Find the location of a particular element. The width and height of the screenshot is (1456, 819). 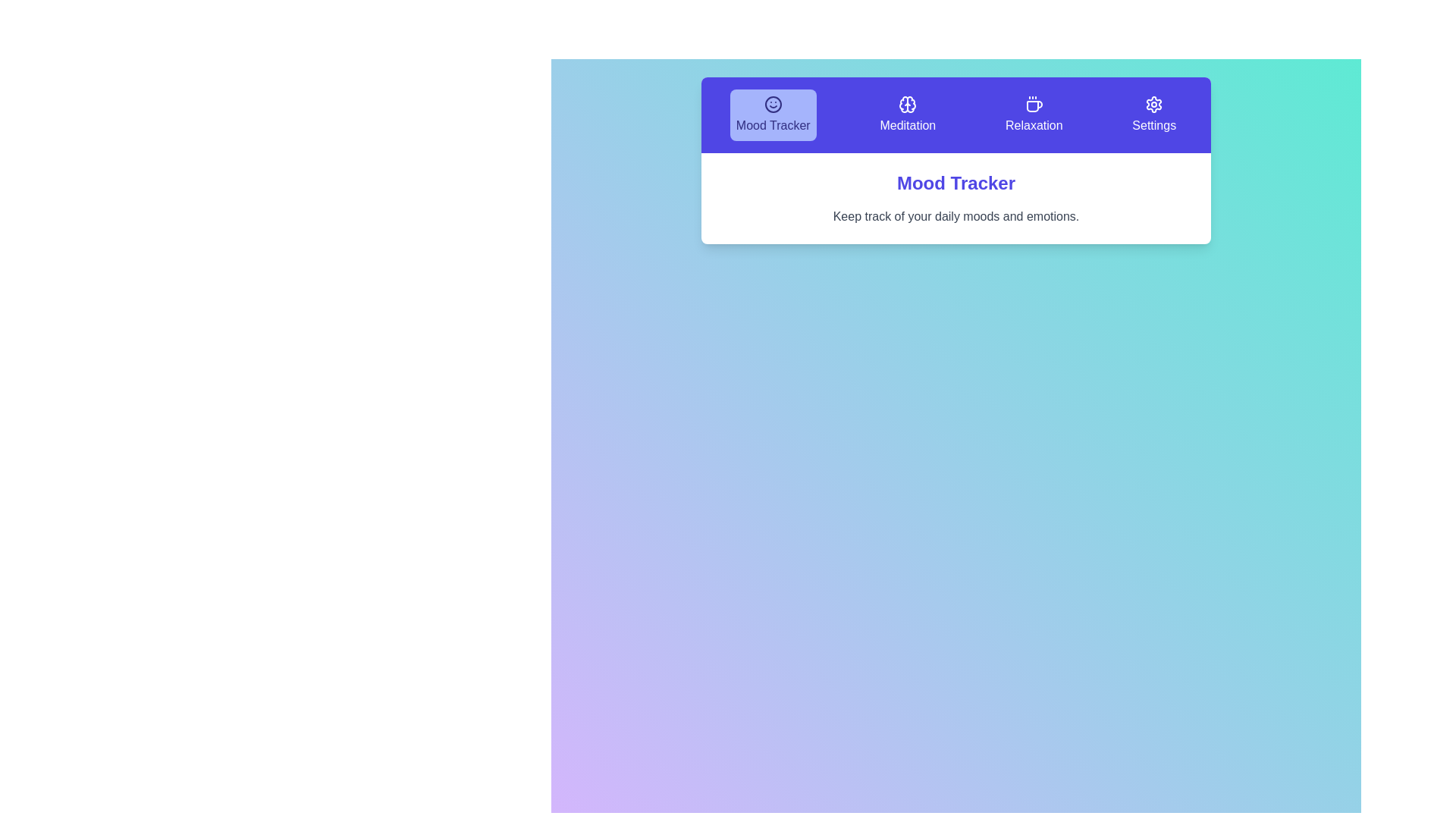

the title text label that serves as a heading, positioned centrally above the subtext 'Keep track of your daily moods and emotions.' is located at coordinates (955, 183).